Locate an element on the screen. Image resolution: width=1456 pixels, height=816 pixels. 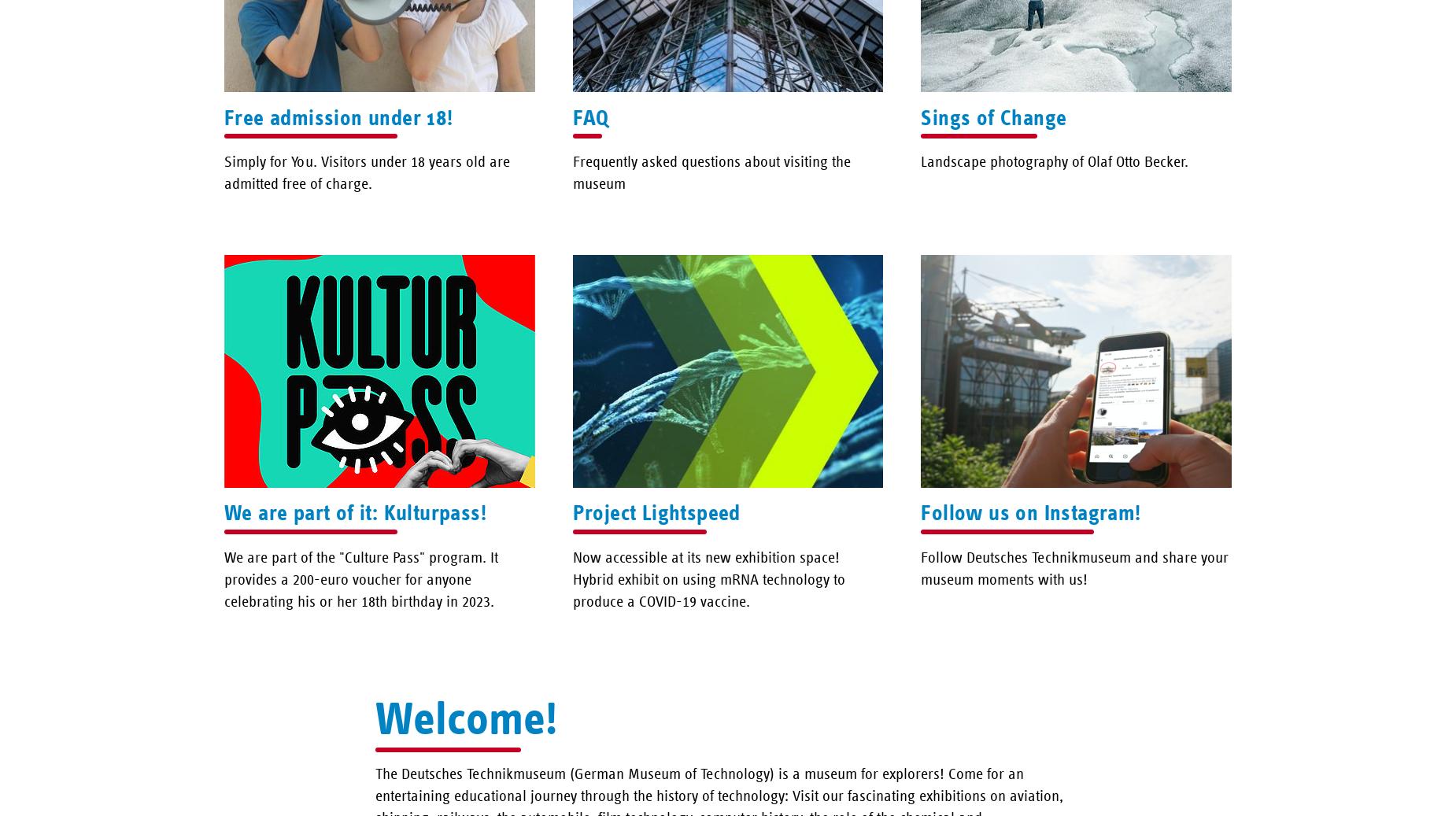
'Now accessible at its new exhibition space! Hybrid exhibit on using mRNA technology to produce a COVID-19 vaccine.' is located at coordinates (708, 579).